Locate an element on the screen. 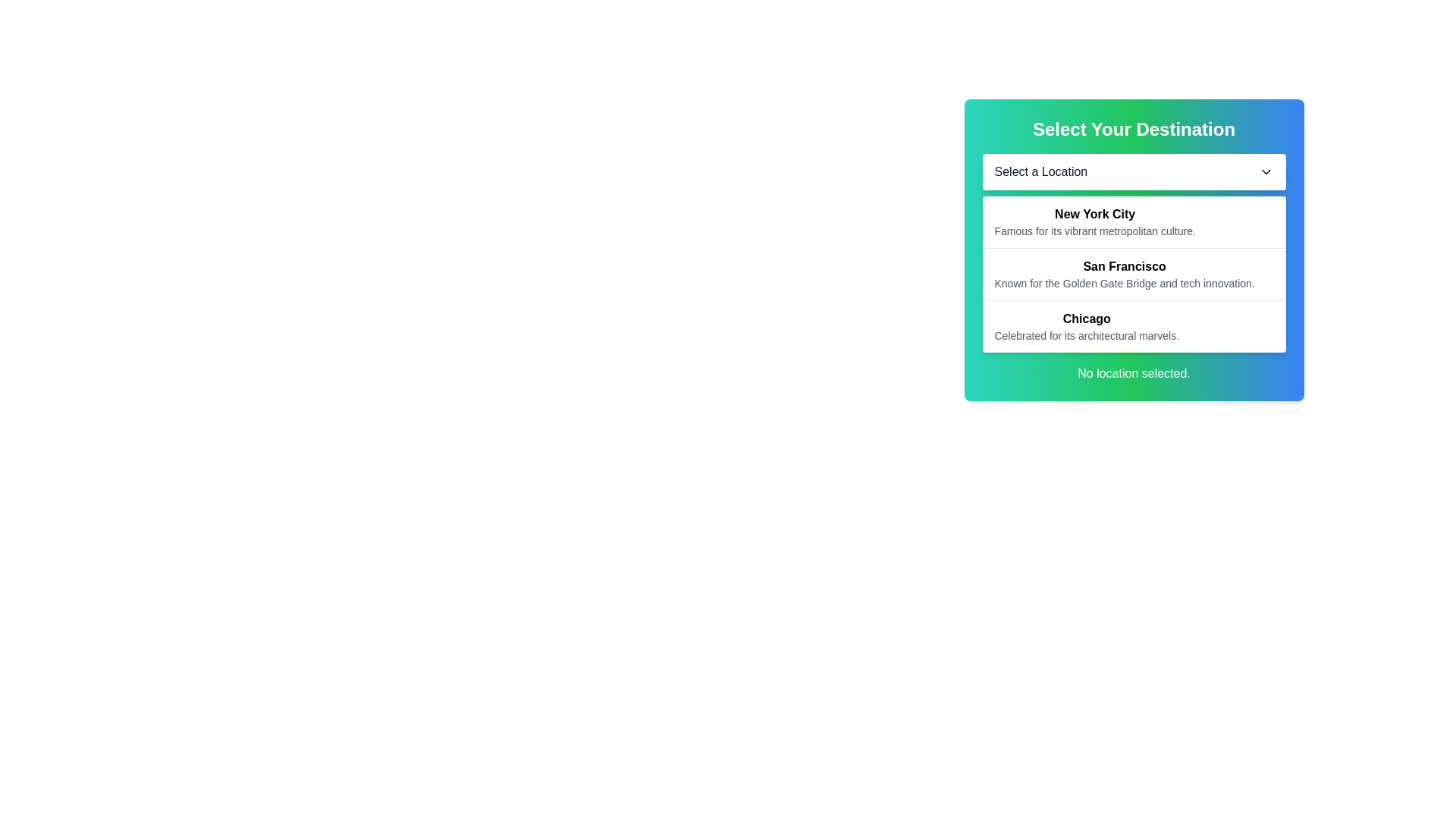  the 'San Francisco' location choice in the list for keyboard navigation is located at coordinates (1134, 274).